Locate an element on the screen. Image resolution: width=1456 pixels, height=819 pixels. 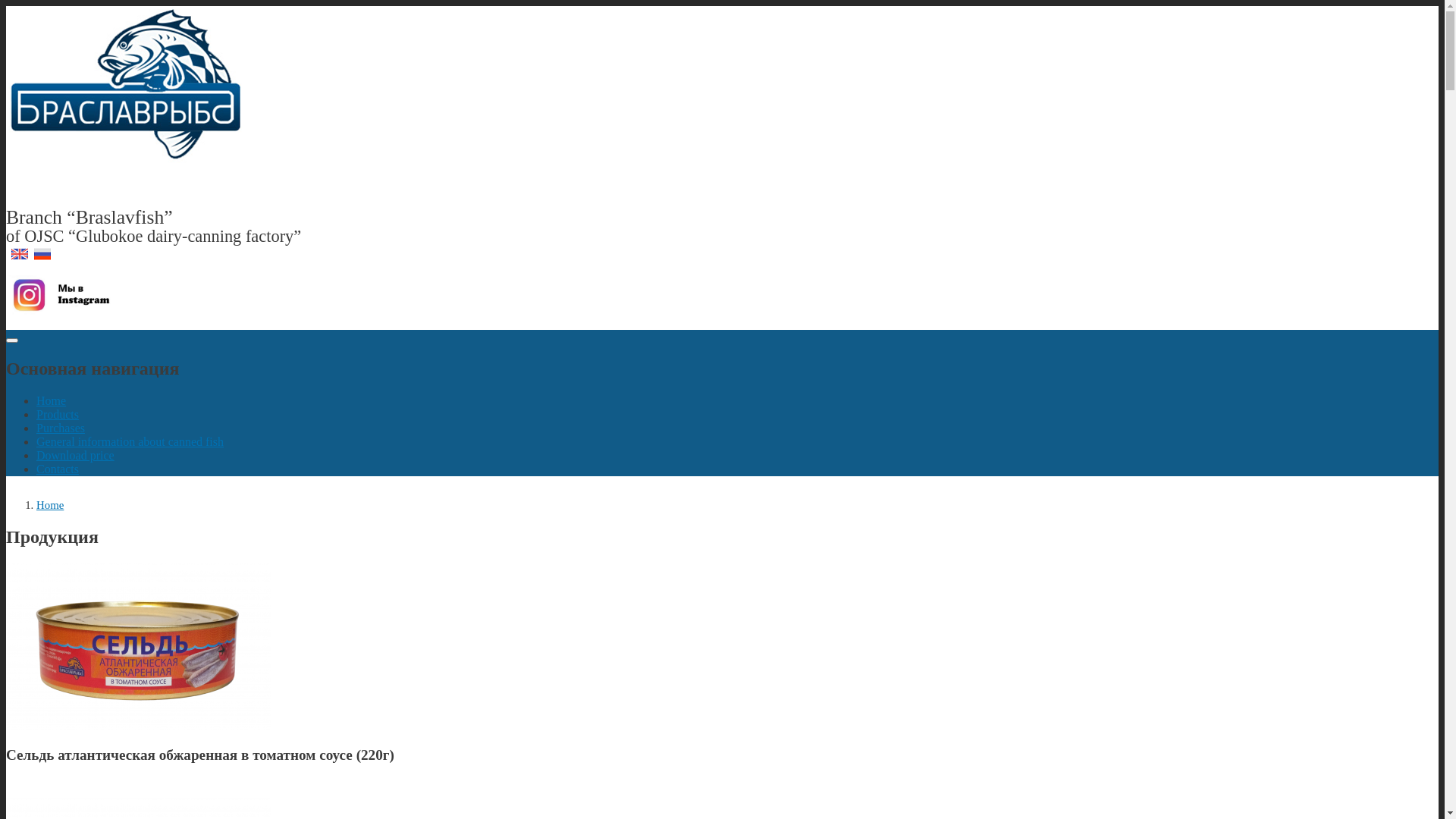
'Home' is located at coordinates (50, 505).